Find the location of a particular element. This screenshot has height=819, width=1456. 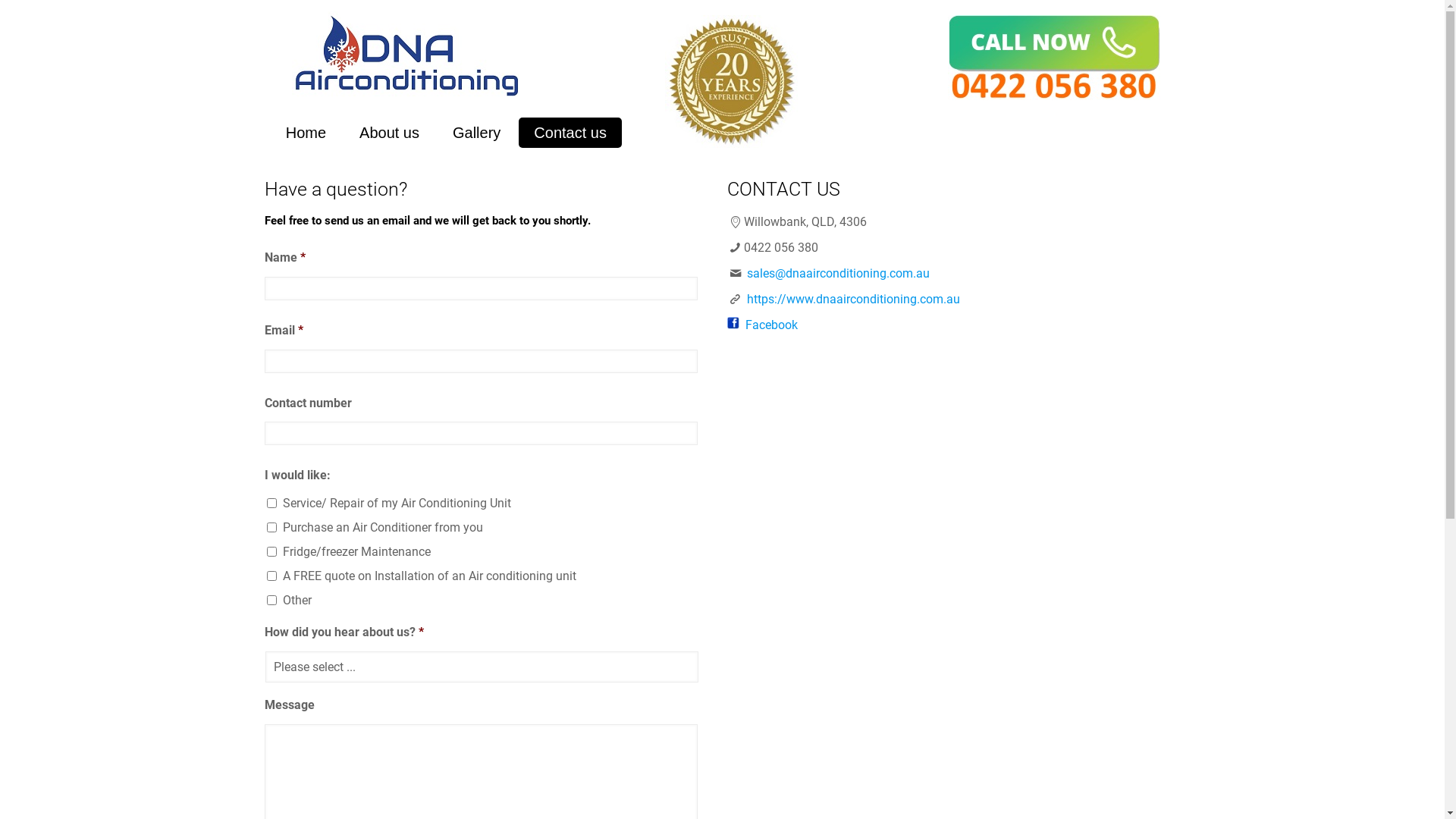

'https://www.dnaairconditioning.com.au' is located at coordinates (746, 299).